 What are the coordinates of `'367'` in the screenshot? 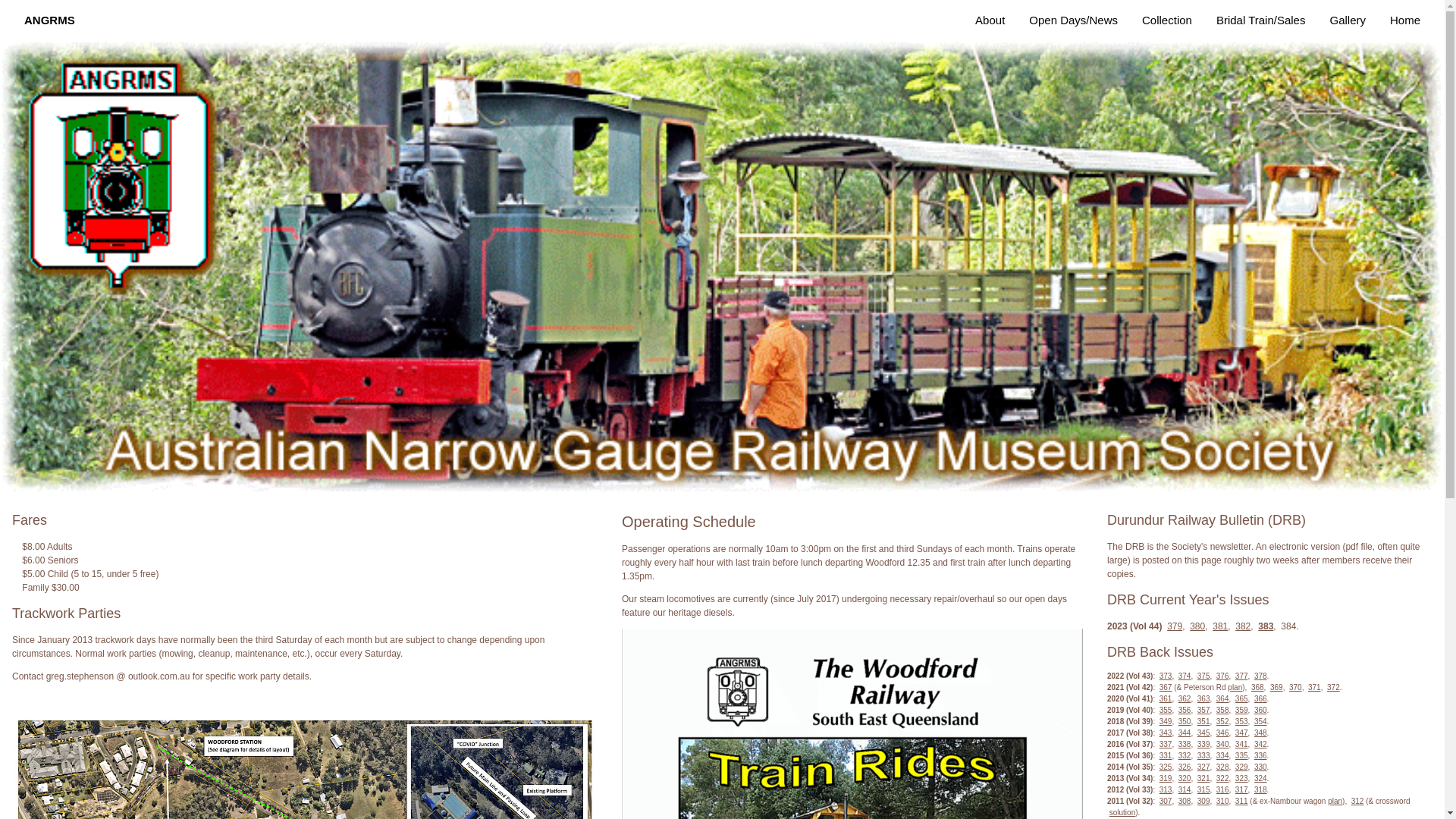 It's located at (1165, 687).